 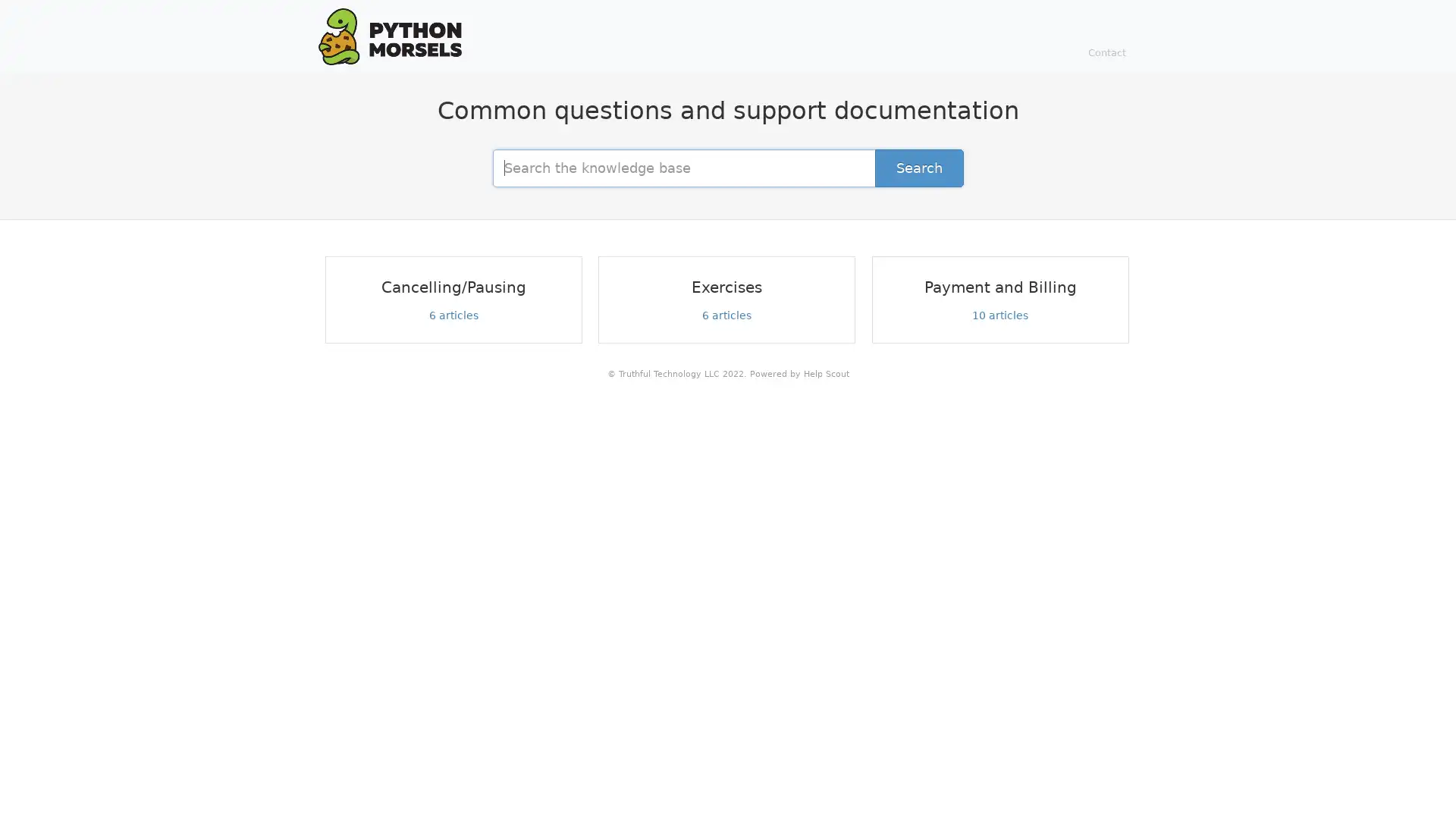 What do you see at coordinates (918, 167) in the screenshot?
I see `Search` at bounding box center [918, 167].